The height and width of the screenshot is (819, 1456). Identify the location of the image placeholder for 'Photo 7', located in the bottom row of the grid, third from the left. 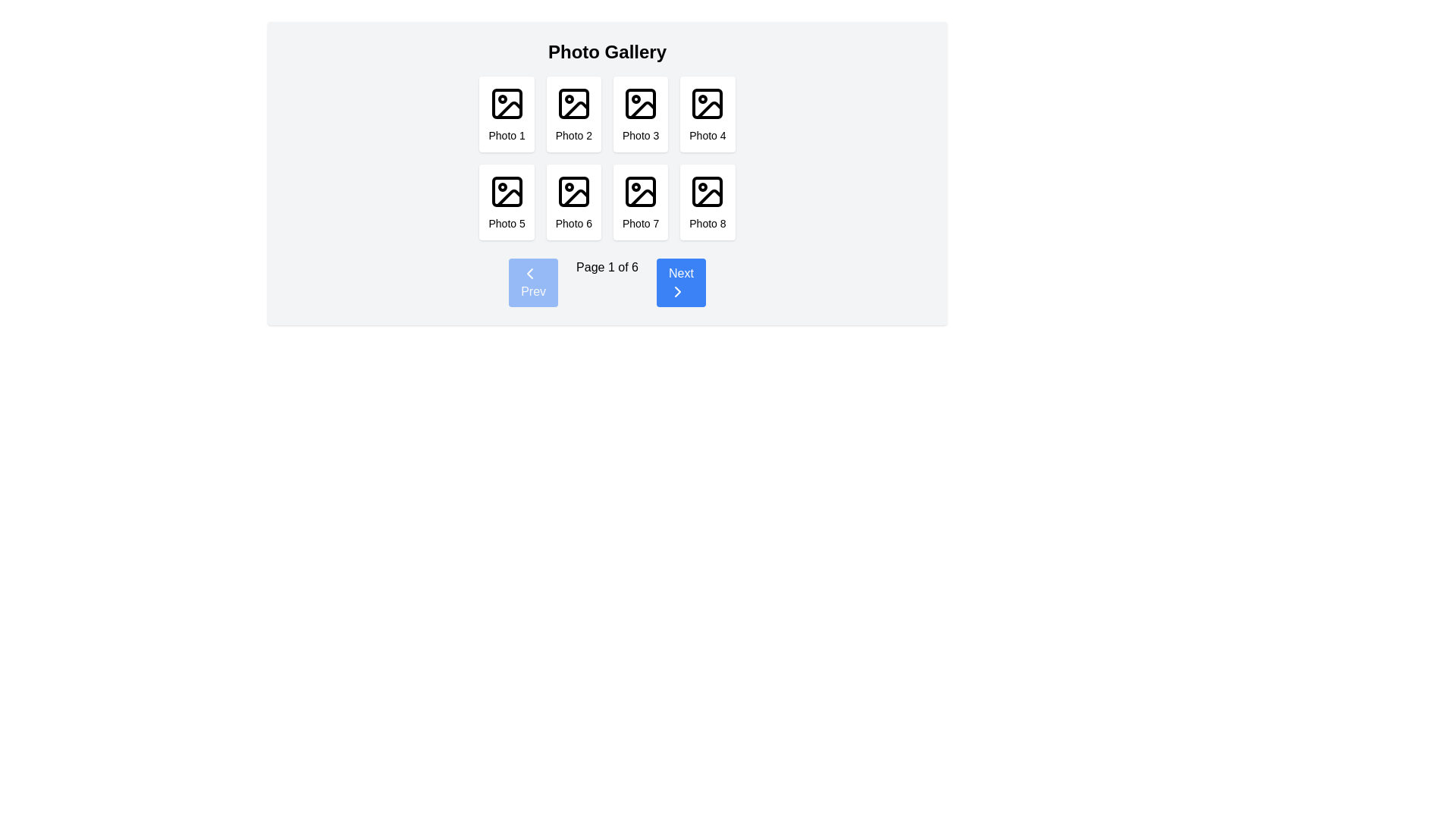
(641, 191).